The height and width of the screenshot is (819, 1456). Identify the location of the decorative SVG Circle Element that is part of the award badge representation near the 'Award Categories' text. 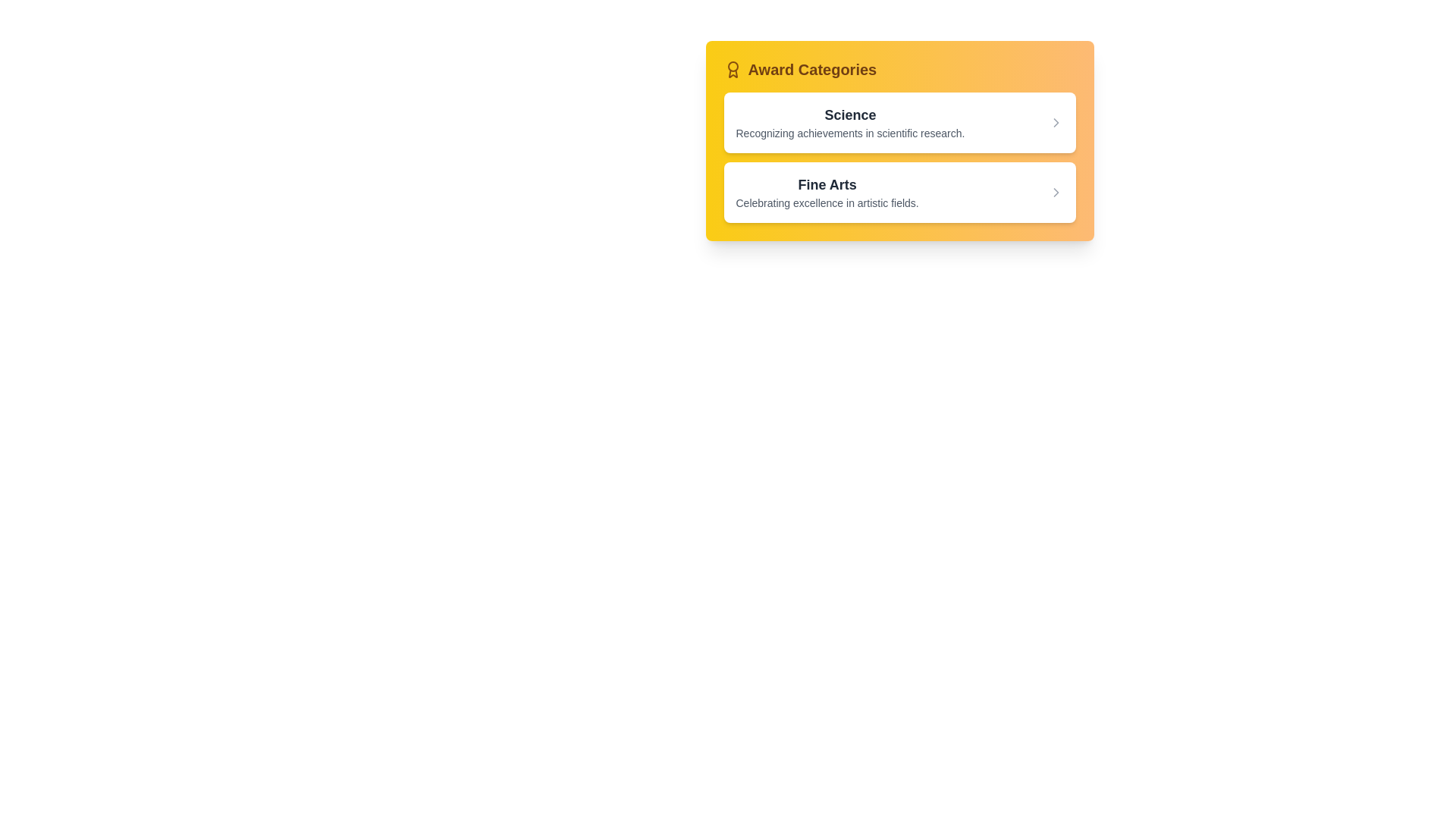
(733, 66).